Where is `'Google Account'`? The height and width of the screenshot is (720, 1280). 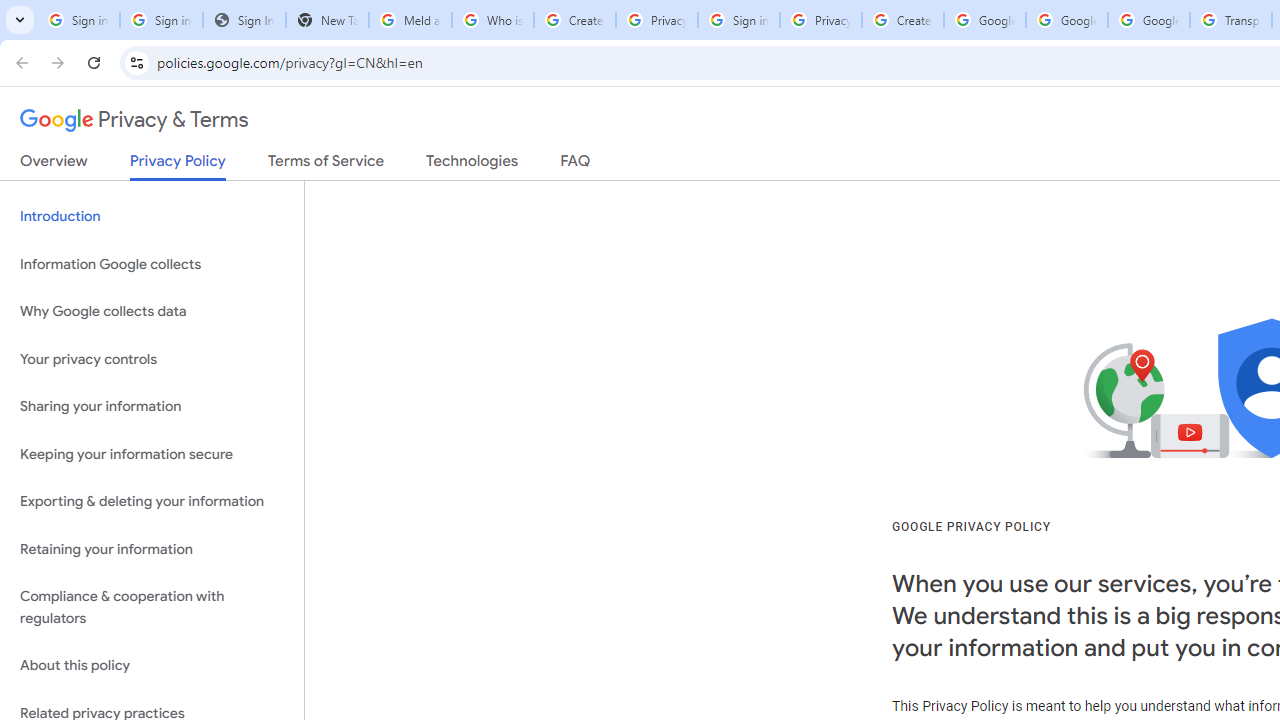 'Google Account' is located at coordinates (1149, 20).